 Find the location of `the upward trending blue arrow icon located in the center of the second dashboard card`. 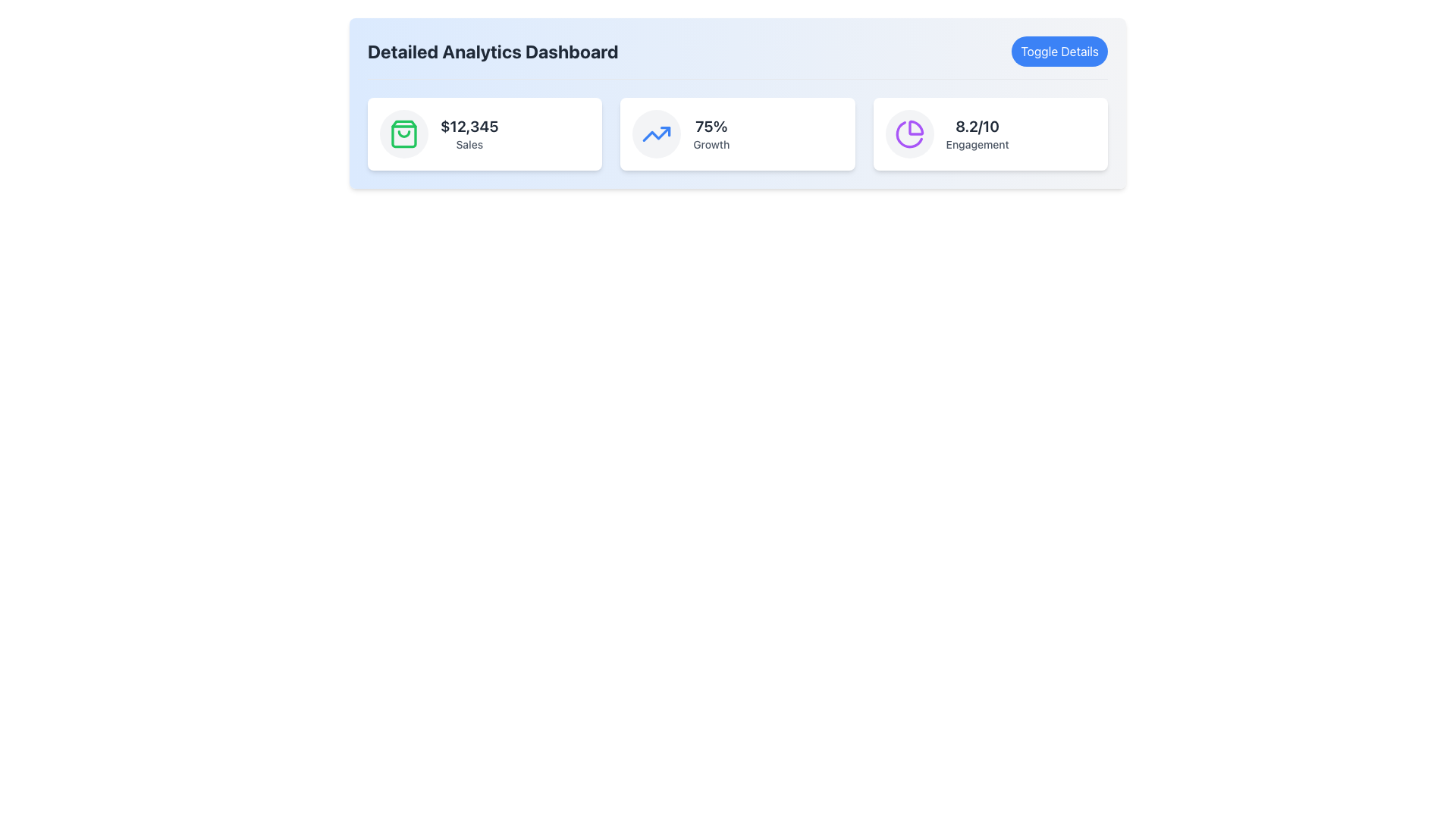

the upward trending blue arrow icon located in the center of the second dashboard card is located at coordinates (657, 133).